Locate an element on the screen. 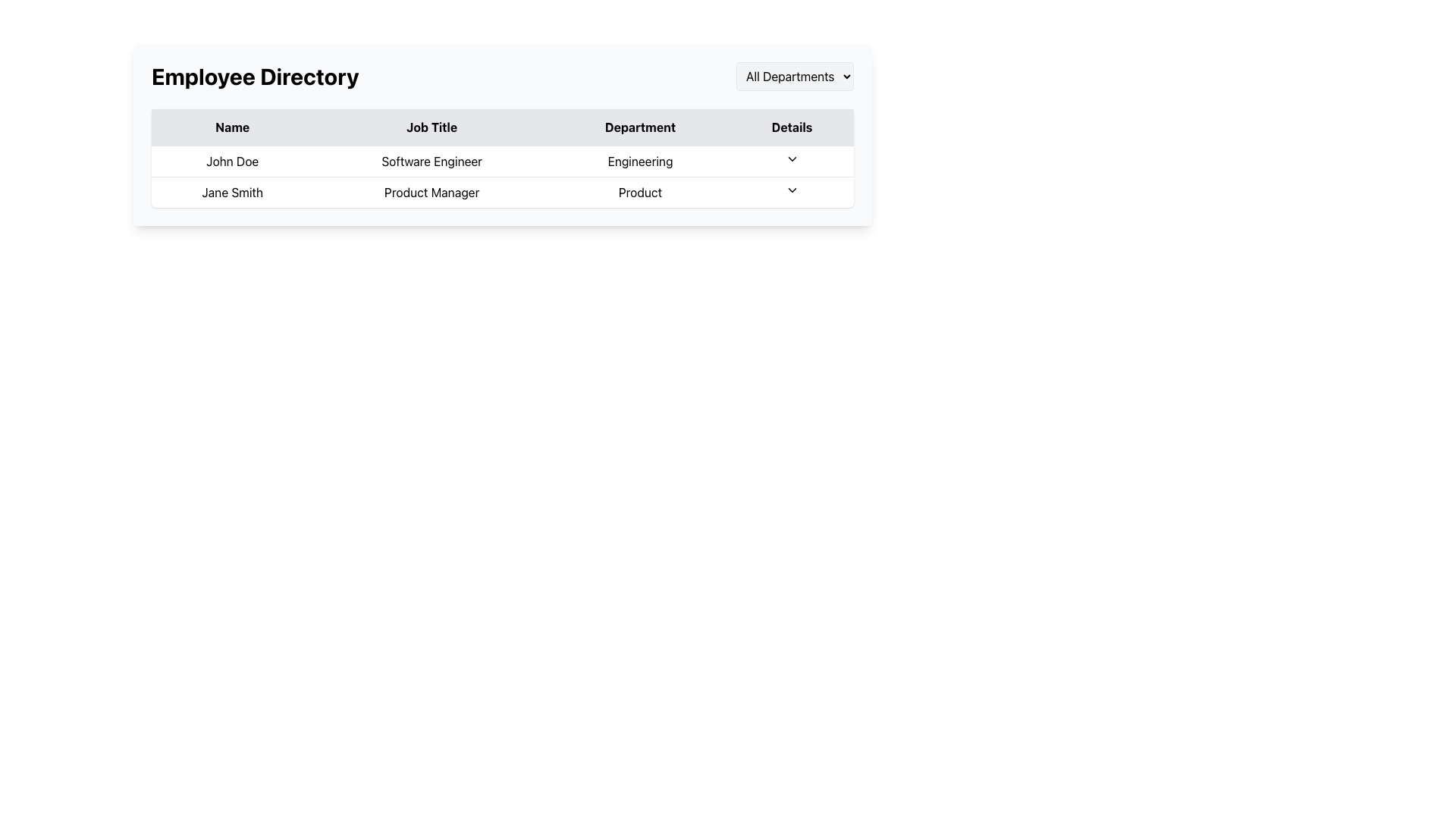  the text label displaying 'Software Engineer' that is located in the second column of the row corresponding to 'John Doe' is located at coordinates (431, 161).